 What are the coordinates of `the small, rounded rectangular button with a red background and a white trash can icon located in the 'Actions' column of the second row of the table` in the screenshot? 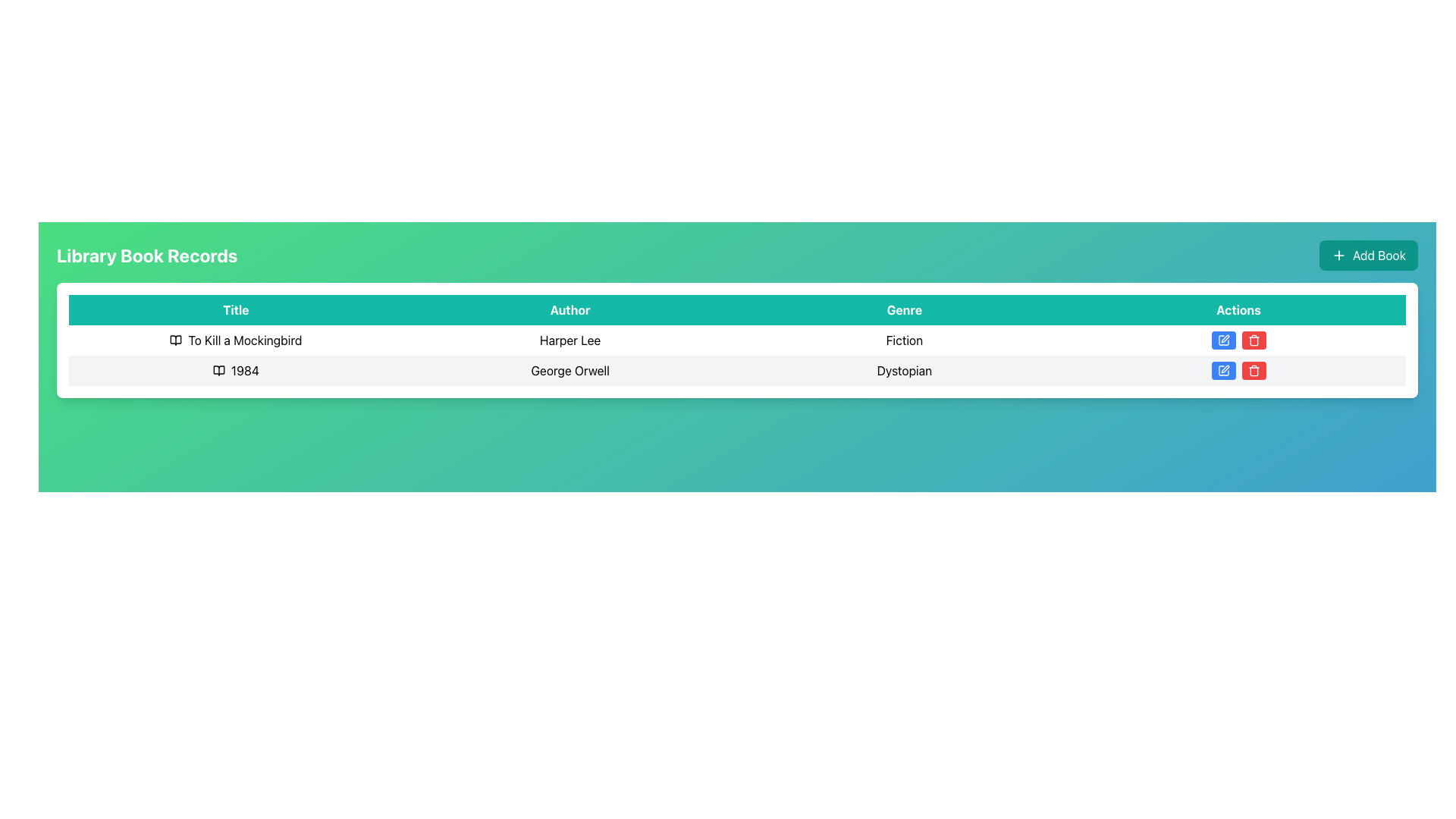 It's located at (1254, 339).